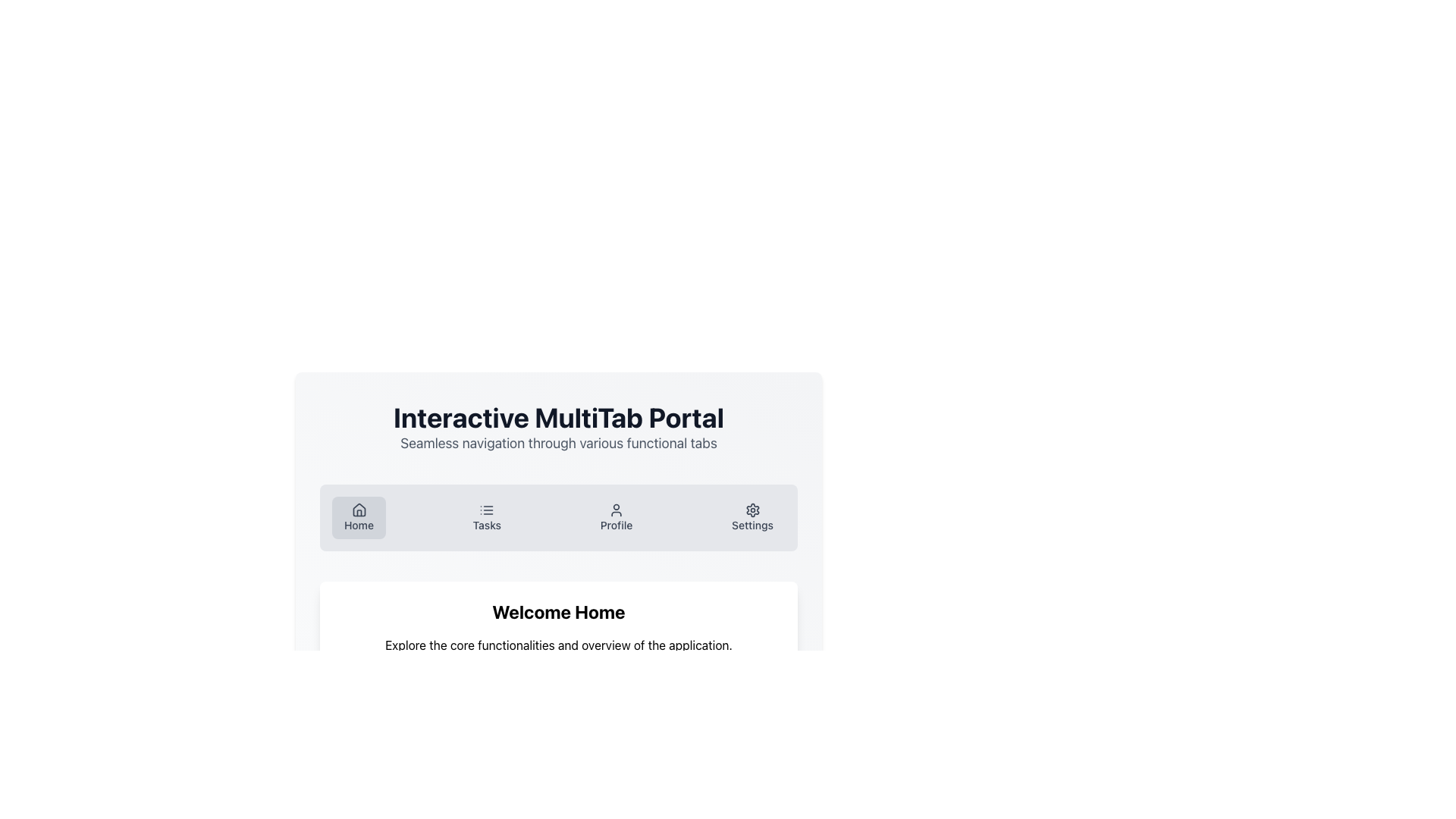 Image resolution: width=1456 pixels, height=819 pixels. What do you see at coordinates (487, 510) in the screenshot?
I see `the small list icon composed of three horizontal lines with dots to their left, which is positioned above the word 'Tasks' in the navigation bar` at bounding box center [487, 510].